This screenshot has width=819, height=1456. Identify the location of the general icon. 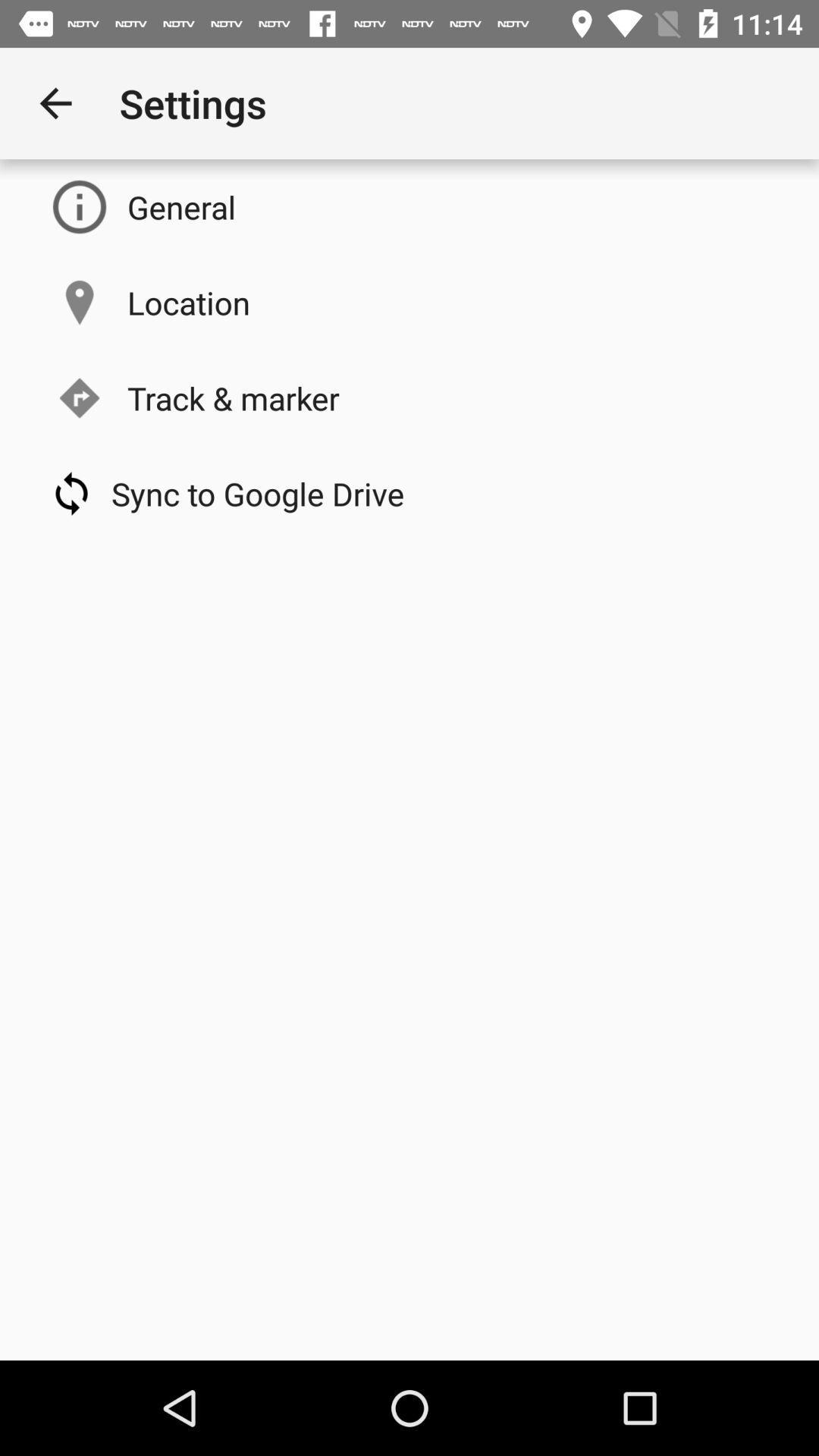
(180, 206).